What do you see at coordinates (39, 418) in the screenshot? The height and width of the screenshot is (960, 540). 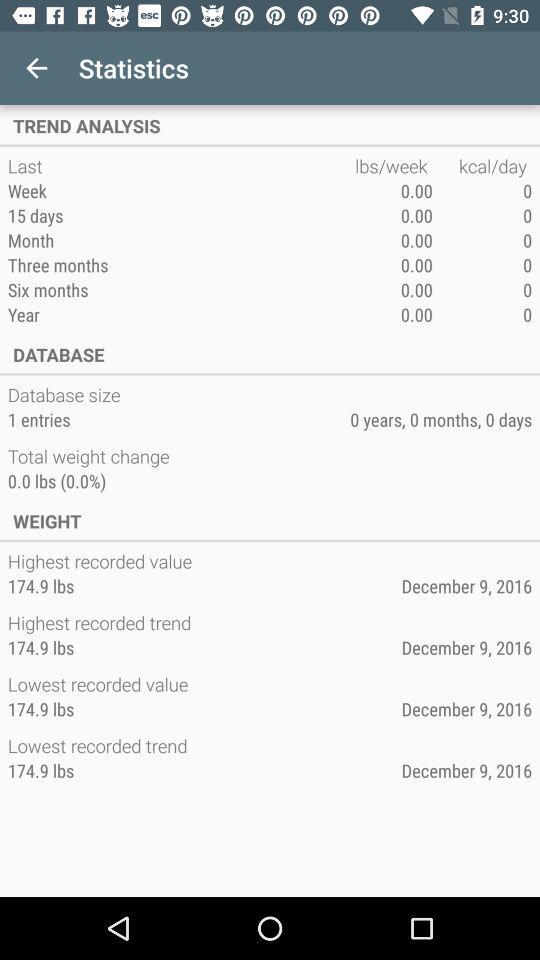 I see `icon below the database size` at bounding box center [39, 418].